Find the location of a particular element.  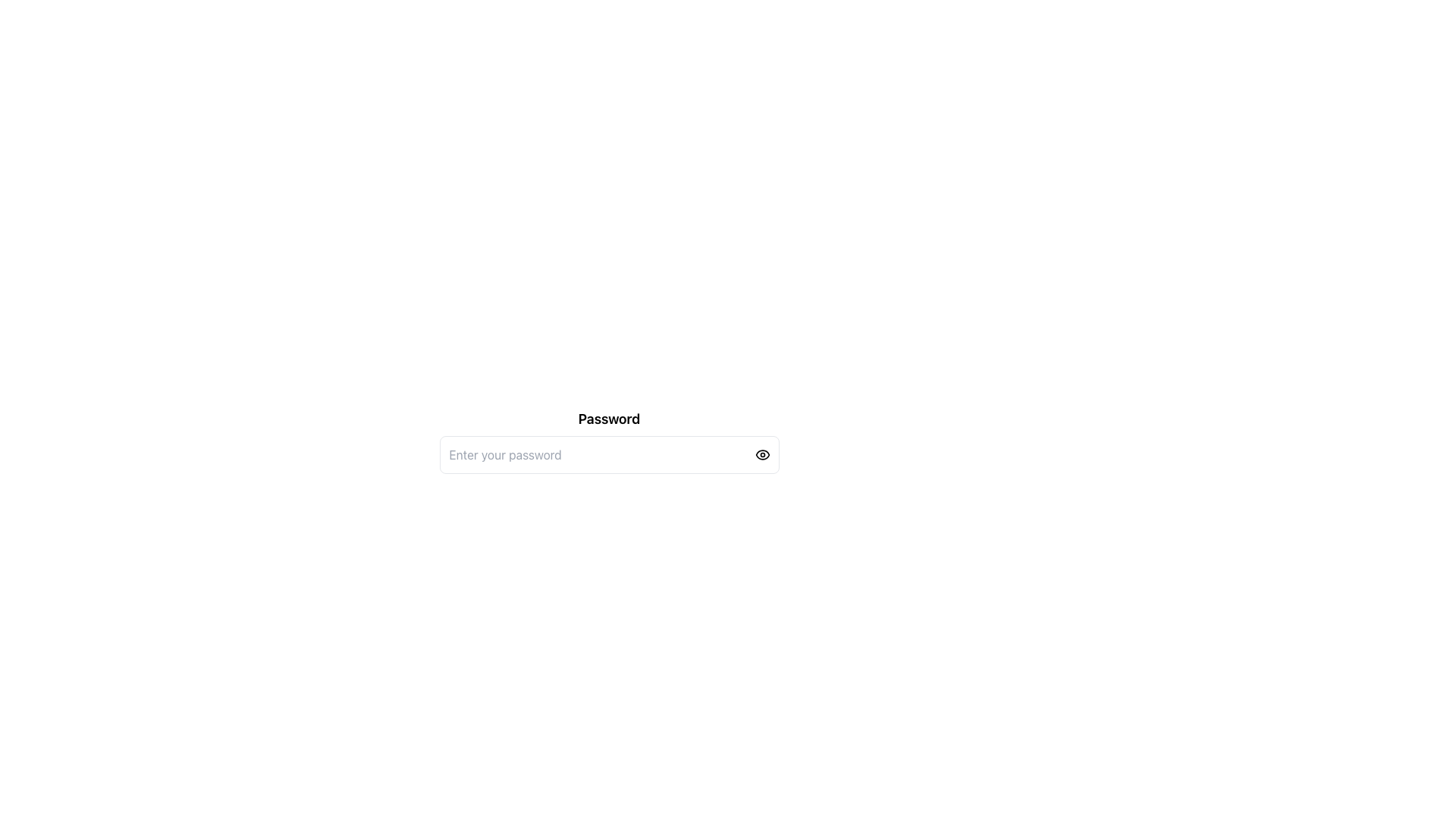

the eye icon located on the right side of the password input field is located at coordinates (762, 454).